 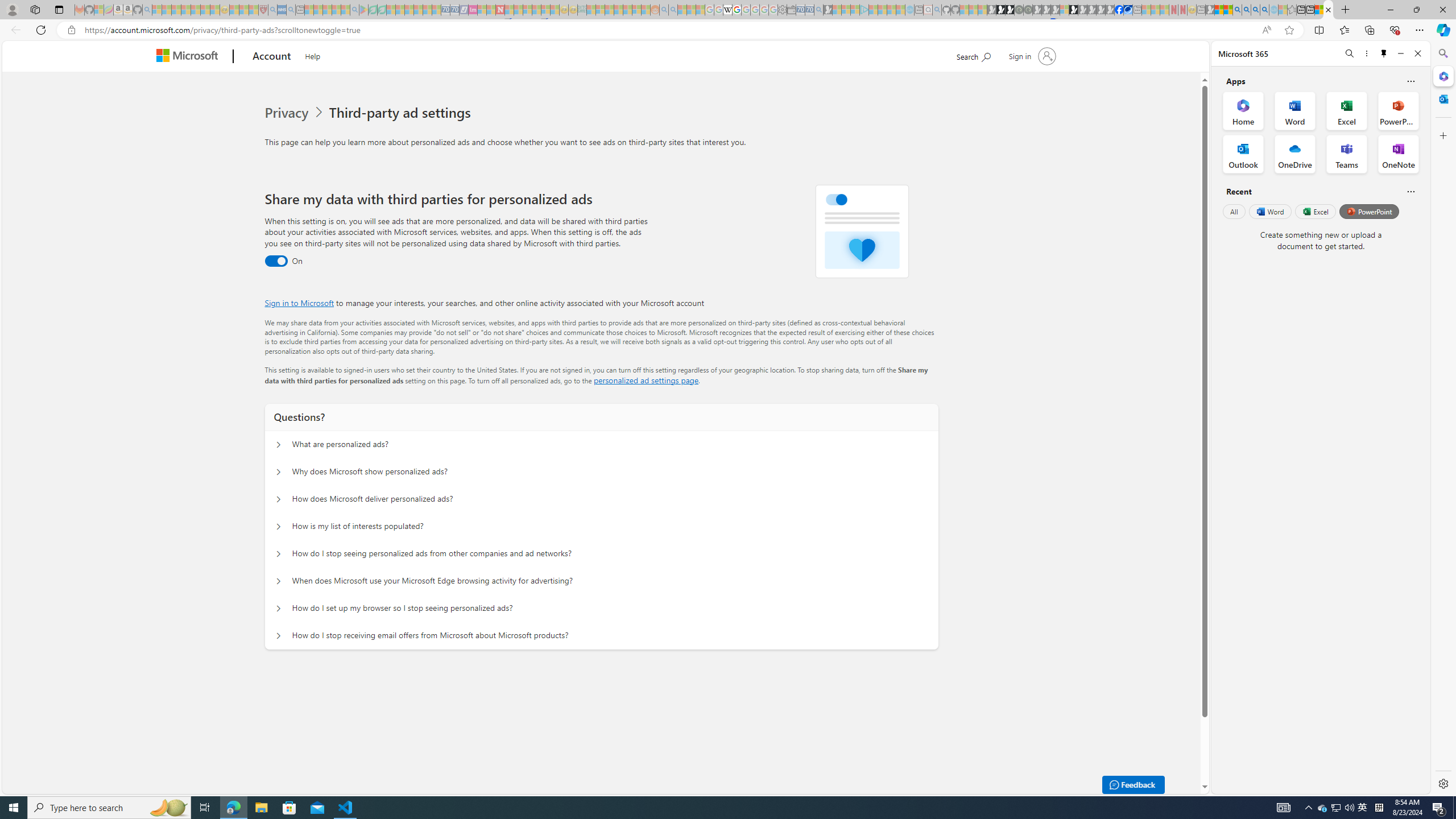 I want to click on 'Sign in to your account', so click(x=1031, y=55).